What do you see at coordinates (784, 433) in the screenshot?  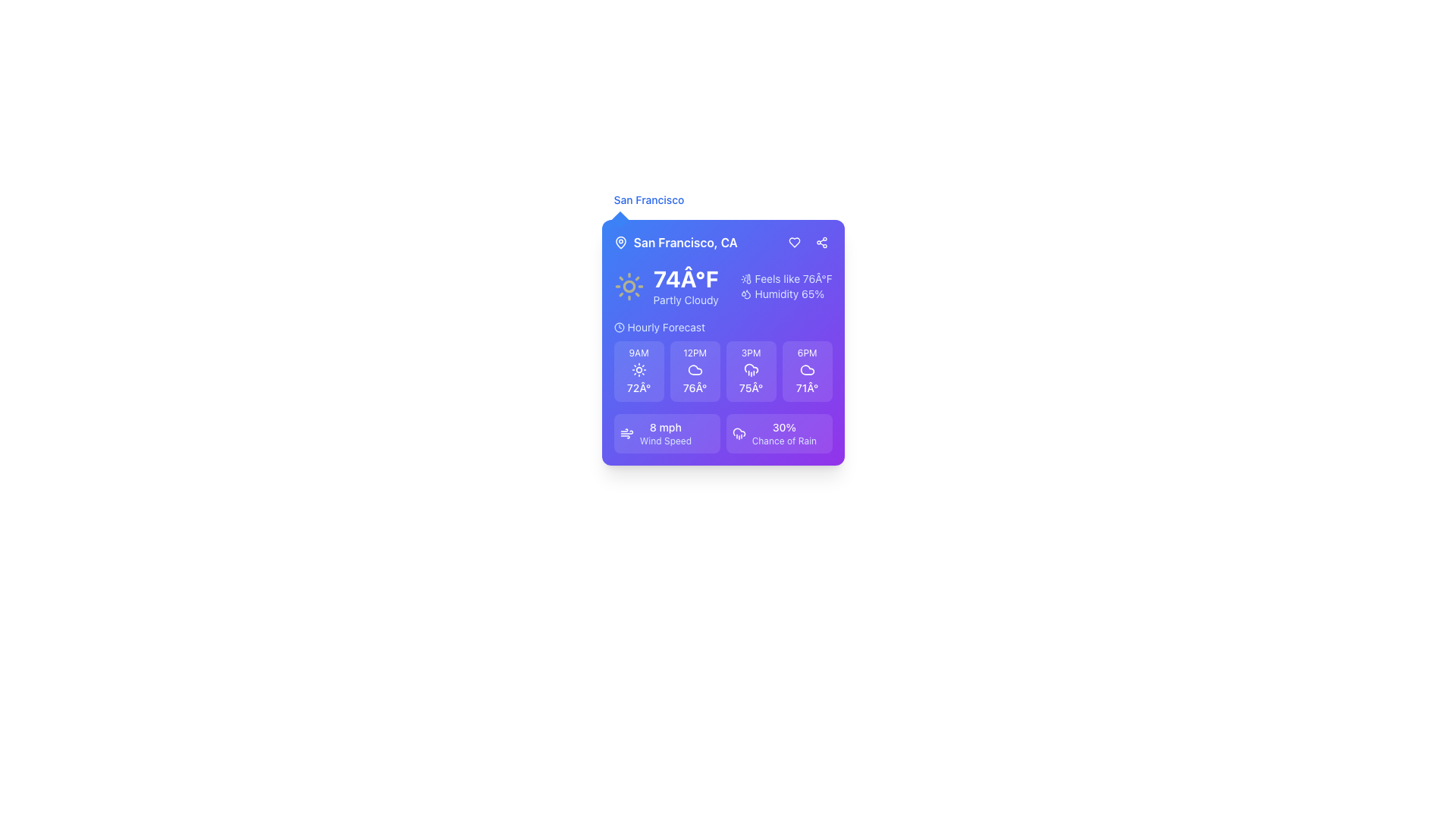 I see `the text label displaying the probability of rain located at the bottom-right corner of the weather information card` at bounding box center [784, 433].